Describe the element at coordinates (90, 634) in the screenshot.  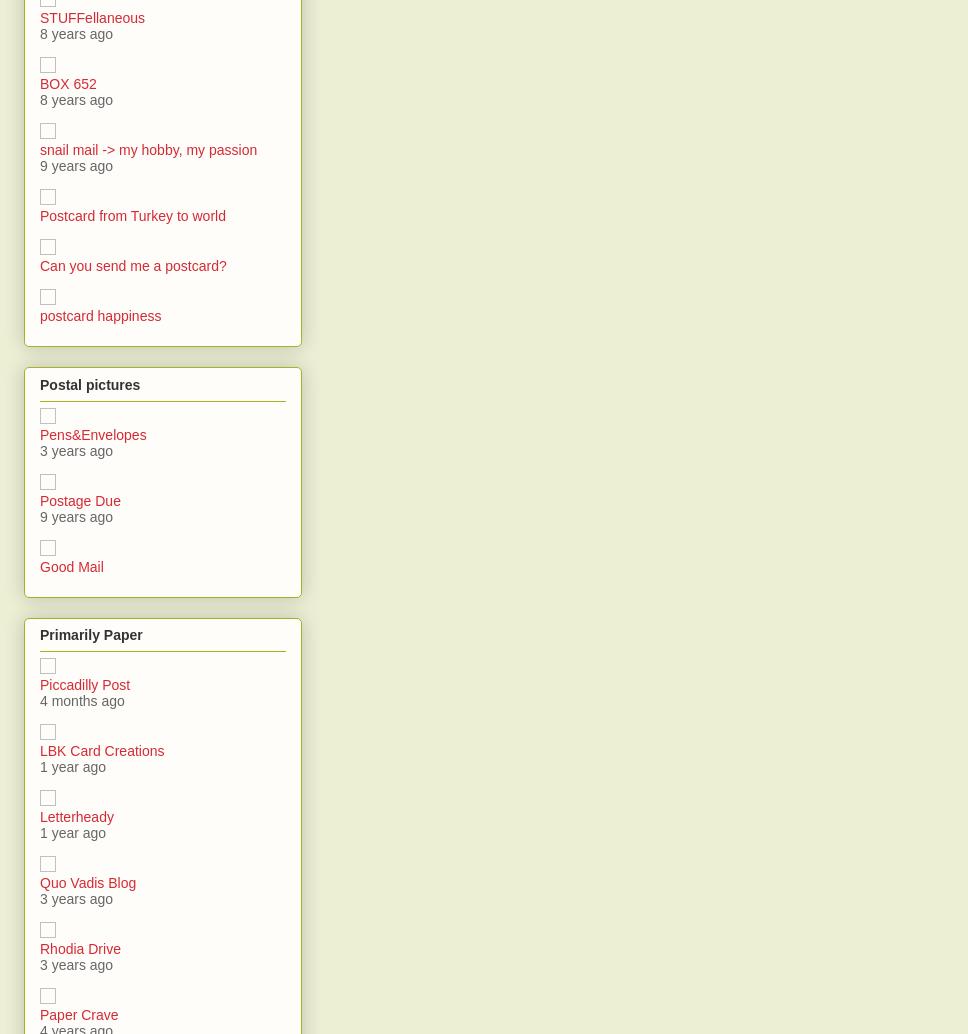
I see `'Primarily Paper'` at that location.